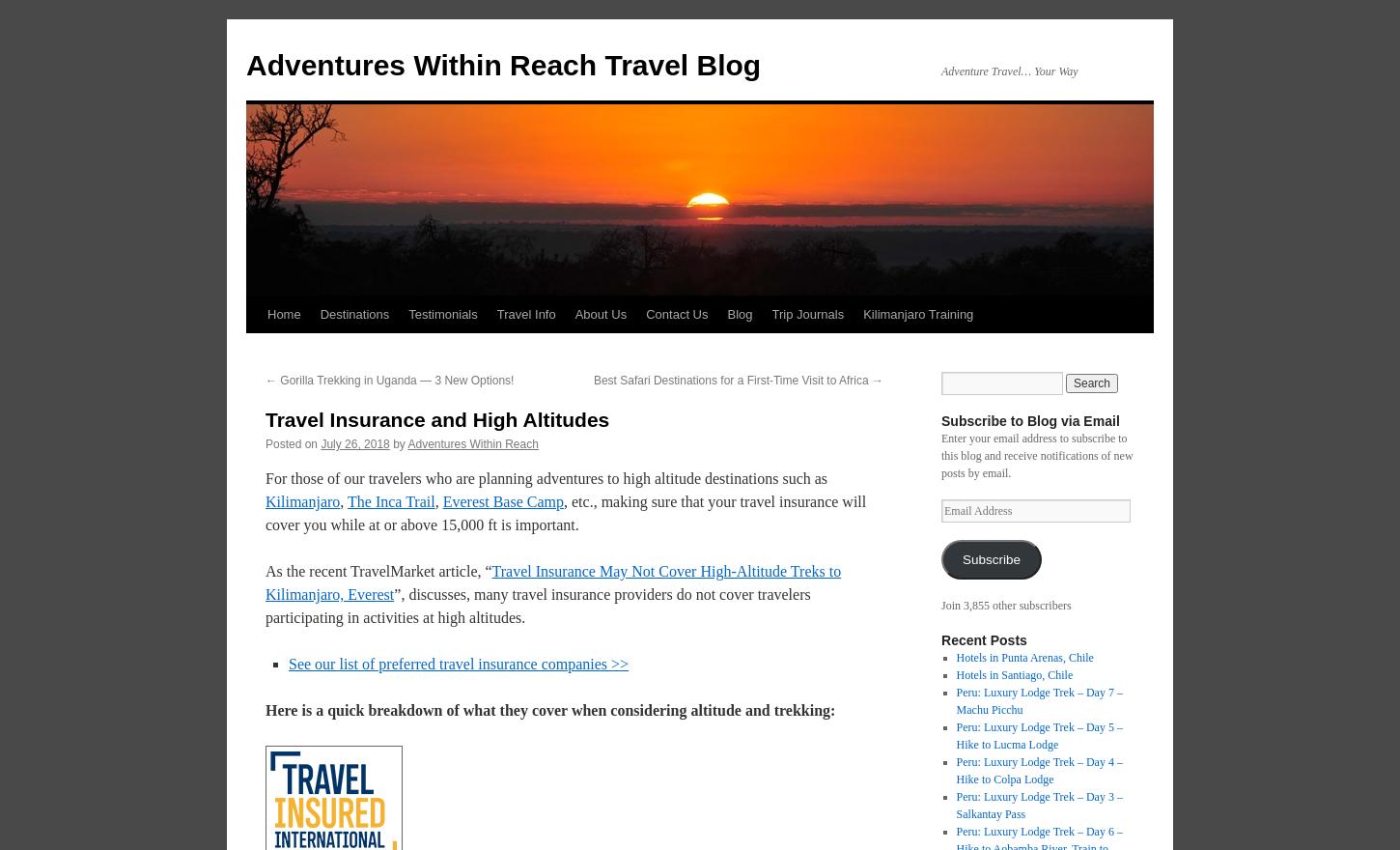 The image size is (1400, 850). I want to click on 'Peru: Luxury Lodge Trek – Day 3 – Salkantay Pass', so click(1039, 804).